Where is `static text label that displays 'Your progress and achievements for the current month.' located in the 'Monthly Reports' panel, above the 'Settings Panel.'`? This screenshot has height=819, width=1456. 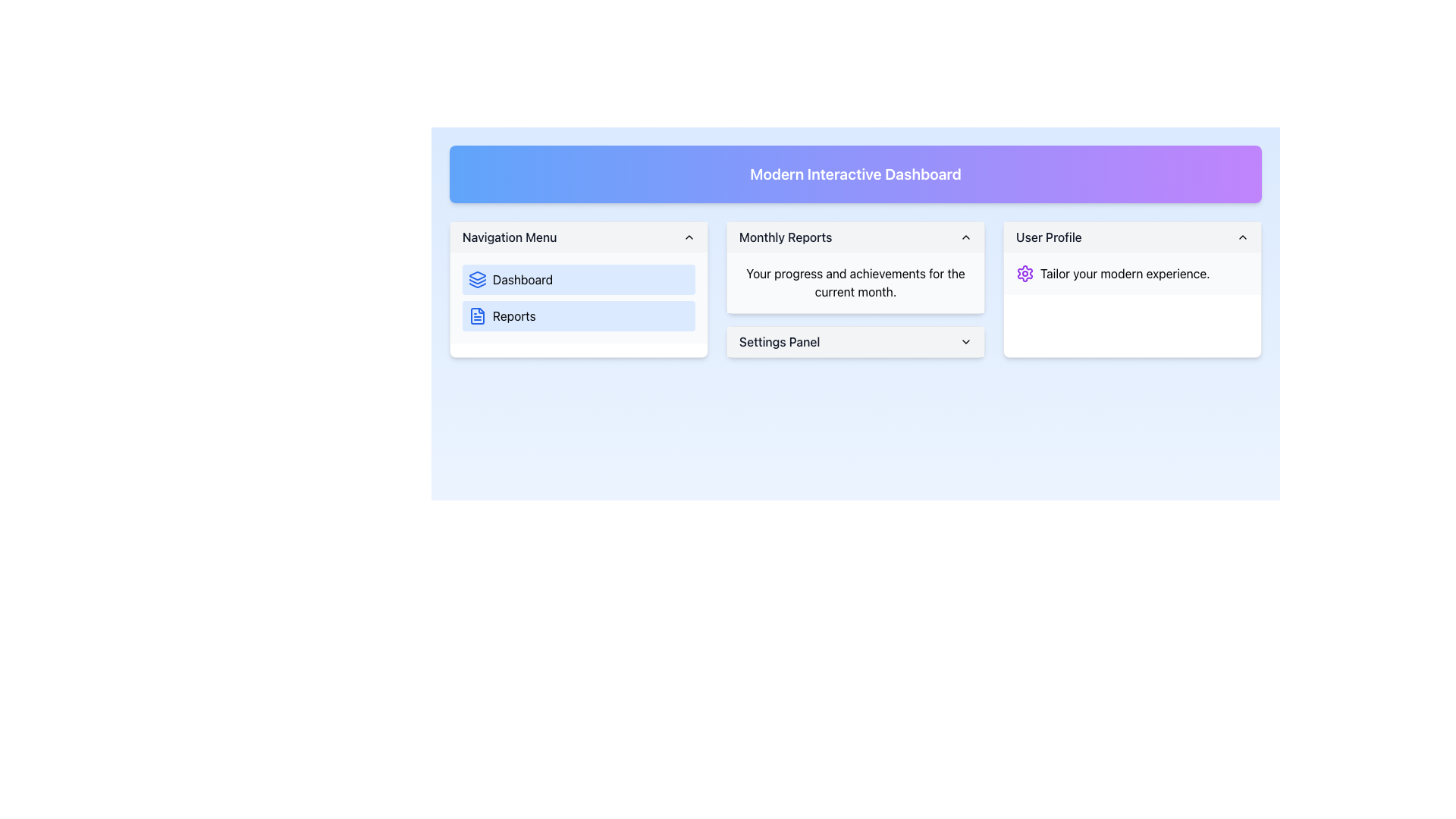 static text label that displays 'Your progress and achievements for the current month.' located in the 'Monthly Reports' panel, above the 'Settings Panel.' is located at coordinates (855, 283).